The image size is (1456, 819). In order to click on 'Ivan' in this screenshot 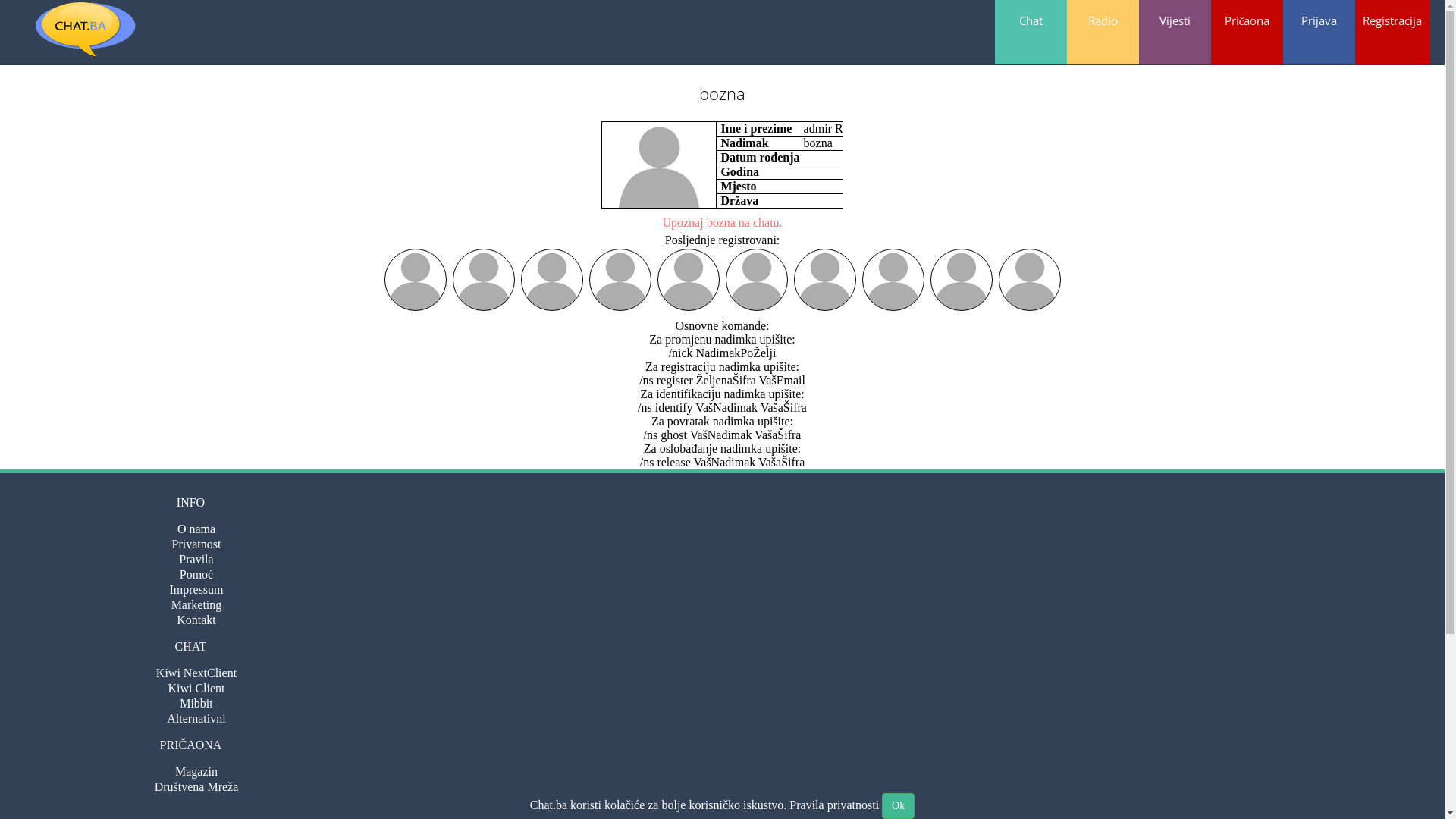, I will do `click(482, 280)`.